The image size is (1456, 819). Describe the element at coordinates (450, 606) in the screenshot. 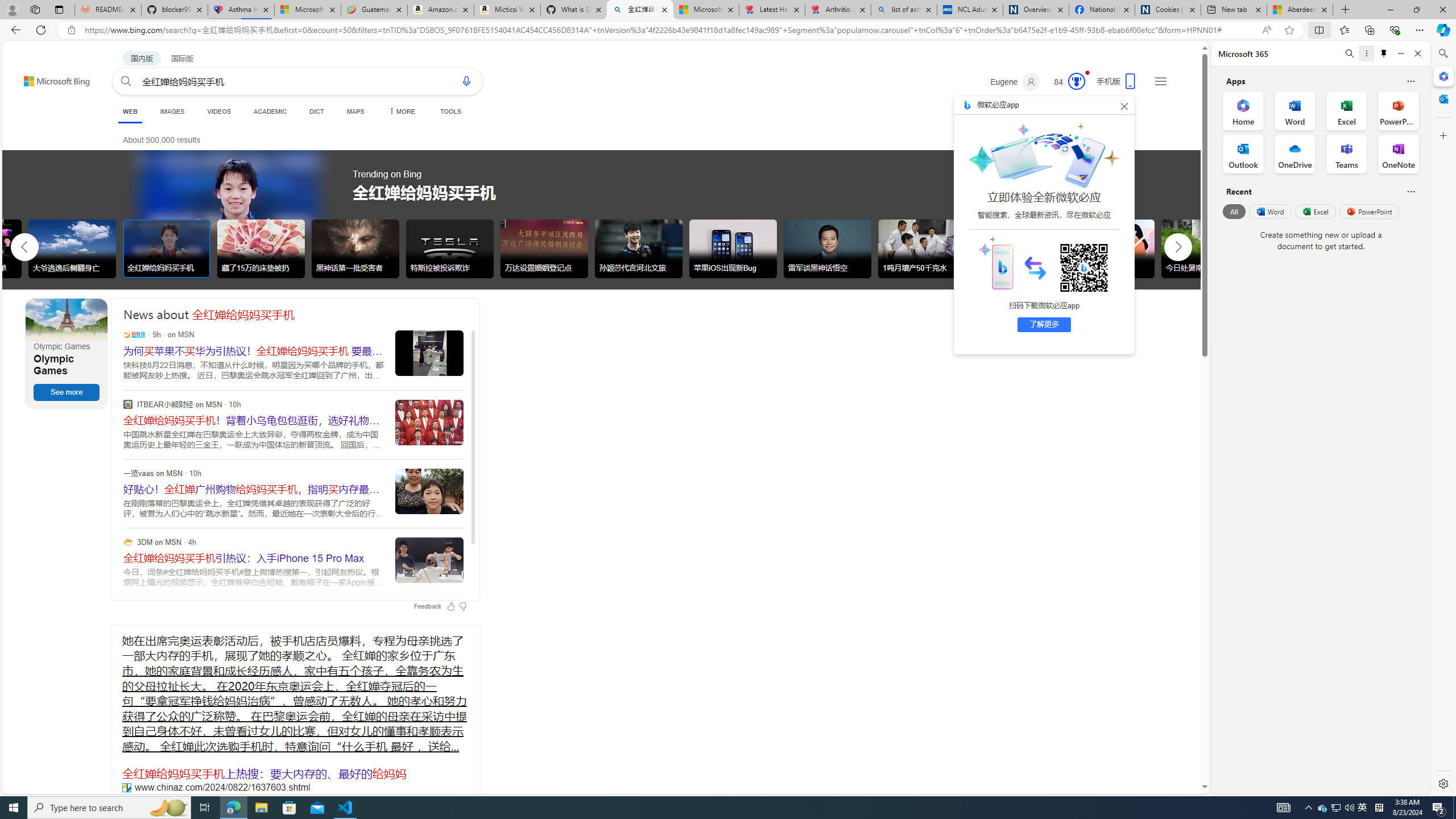

I see `'Feedback Like'` at that location.